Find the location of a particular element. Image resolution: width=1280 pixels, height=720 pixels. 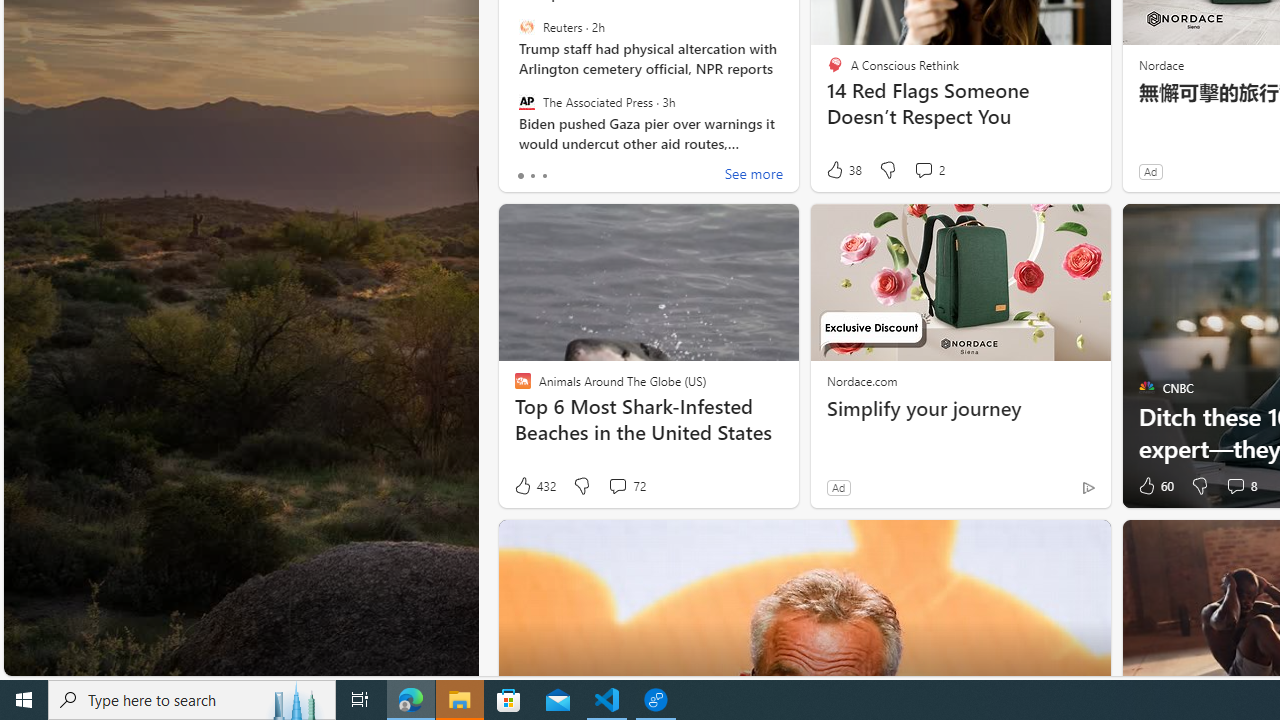

'View comments 72 Comment' is located at coordinates (616, 486).